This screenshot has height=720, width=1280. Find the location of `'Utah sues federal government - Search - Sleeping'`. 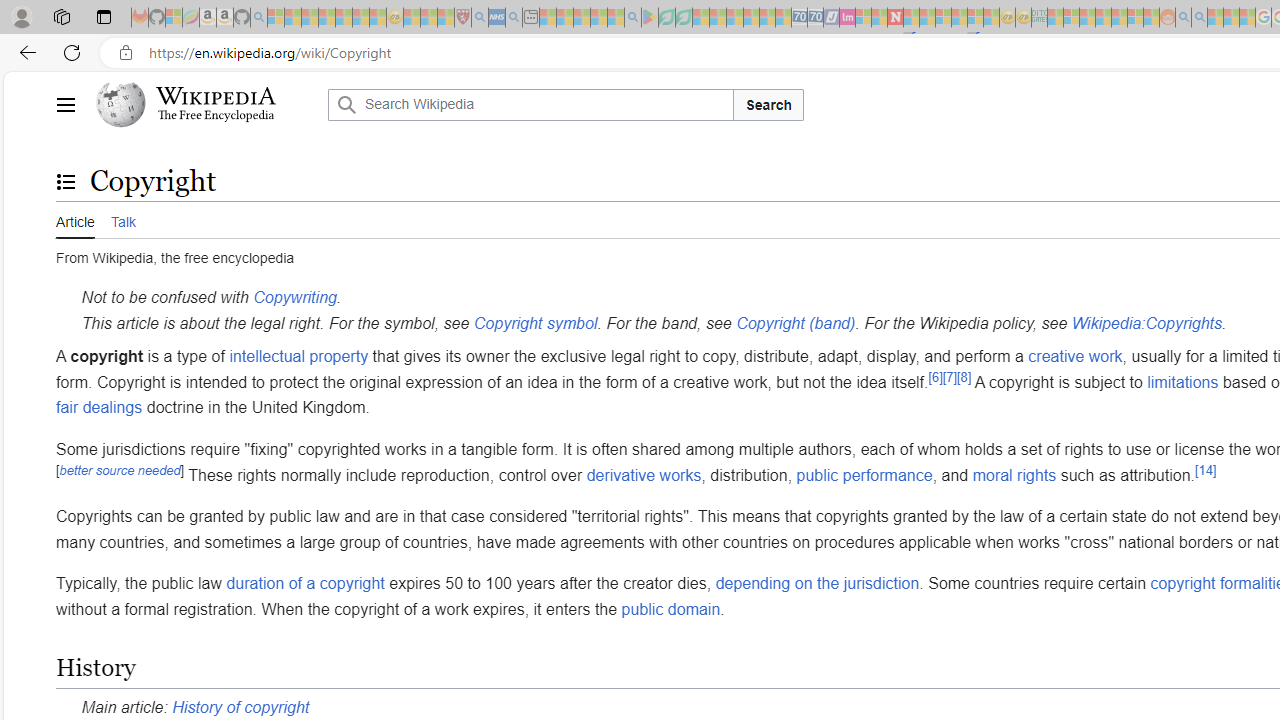

'Utah sues federal government - Search - Sleeping' is located at coordinates (1199, 17).